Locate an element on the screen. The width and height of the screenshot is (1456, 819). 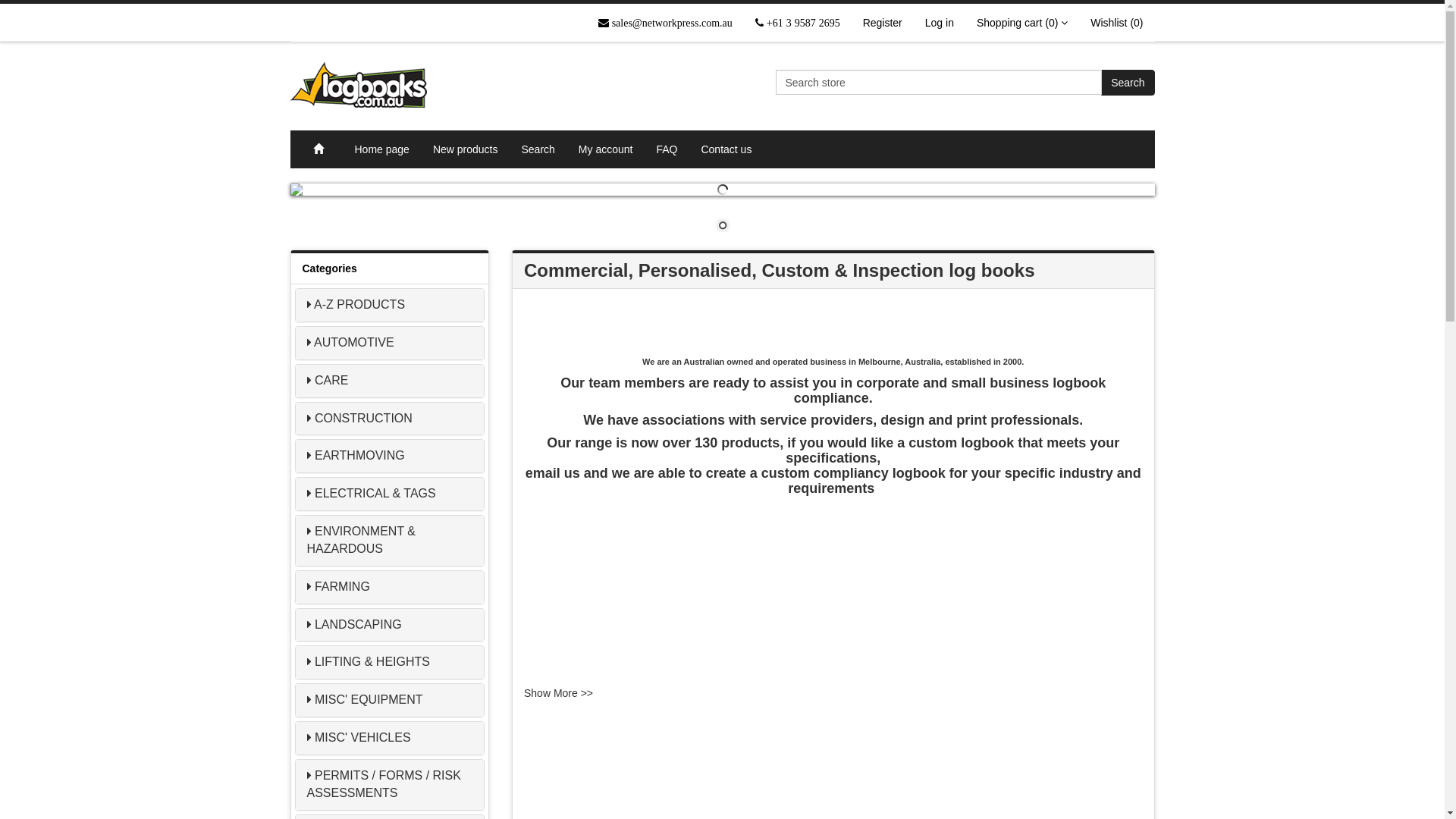
'1' is located at coordinates (713, 227).